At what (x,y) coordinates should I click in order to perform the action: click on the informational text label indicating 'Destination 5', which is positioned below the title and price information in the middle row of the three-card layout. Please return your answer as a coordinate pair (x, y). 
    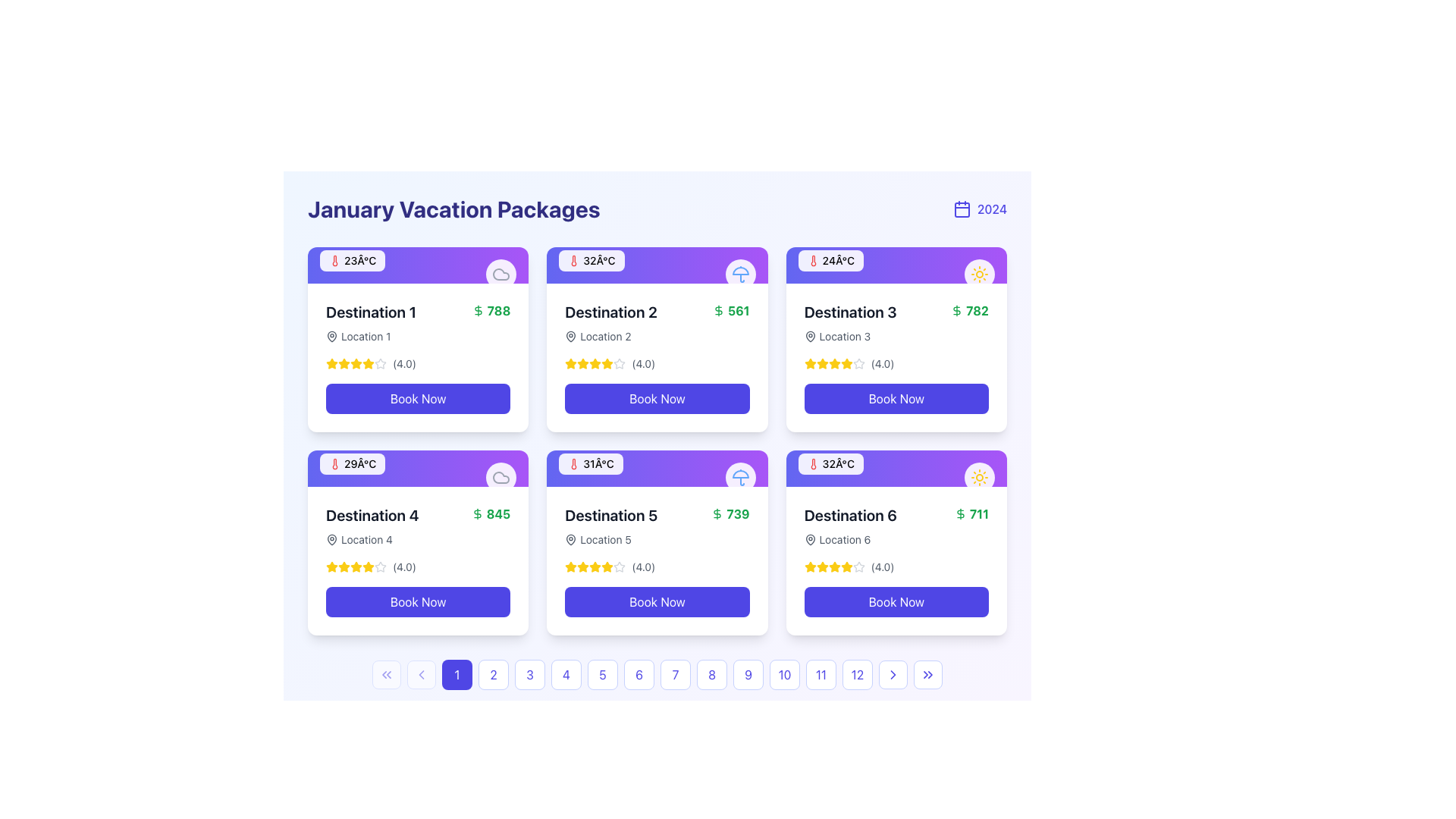
    Looking at the image, I should click on (605, 539).